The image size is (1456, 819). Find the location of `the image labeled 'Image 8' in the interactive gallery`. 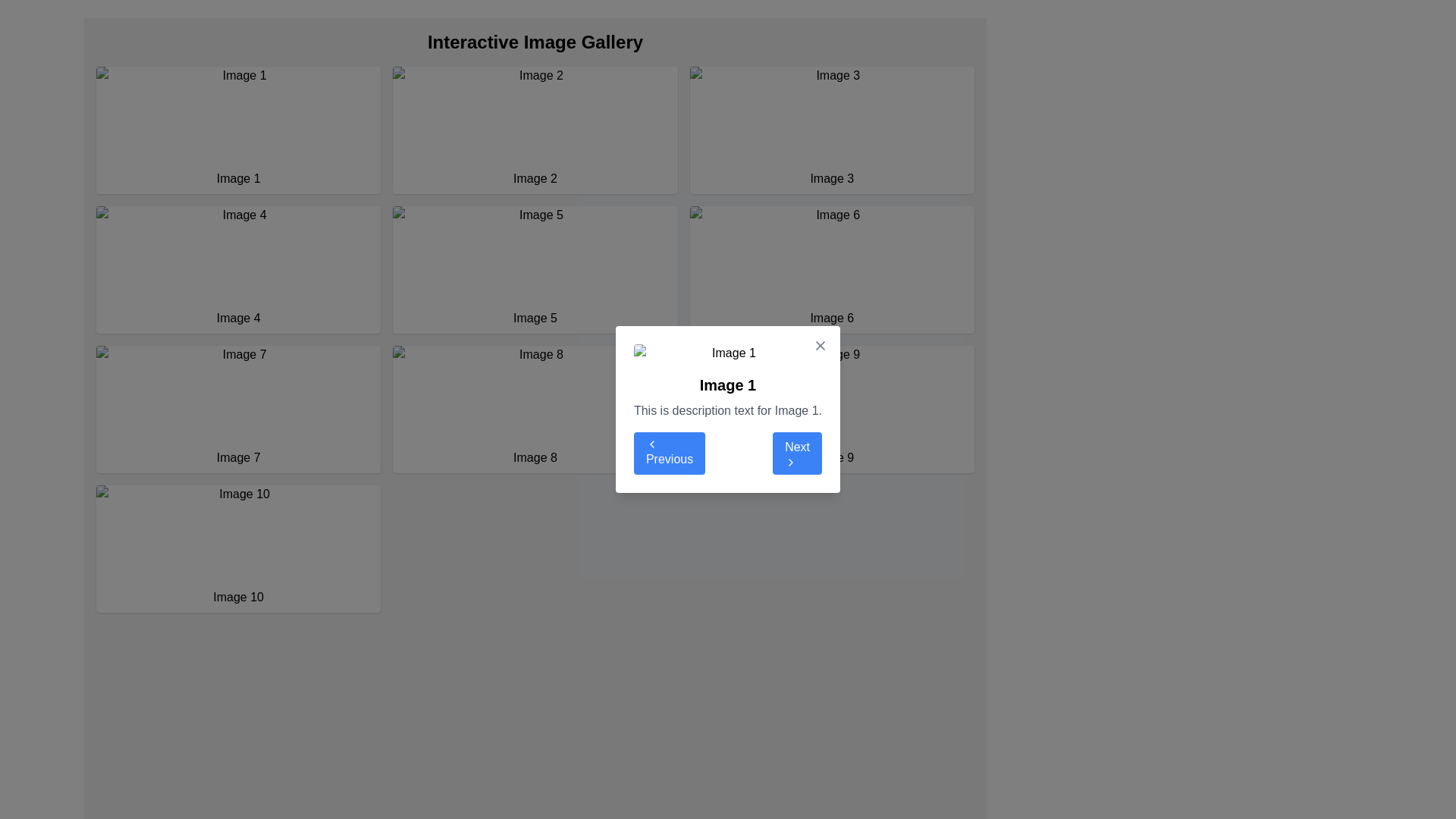

the image labeled 'Image 8' in the interactive gallery is located at coordinates (535, 394).